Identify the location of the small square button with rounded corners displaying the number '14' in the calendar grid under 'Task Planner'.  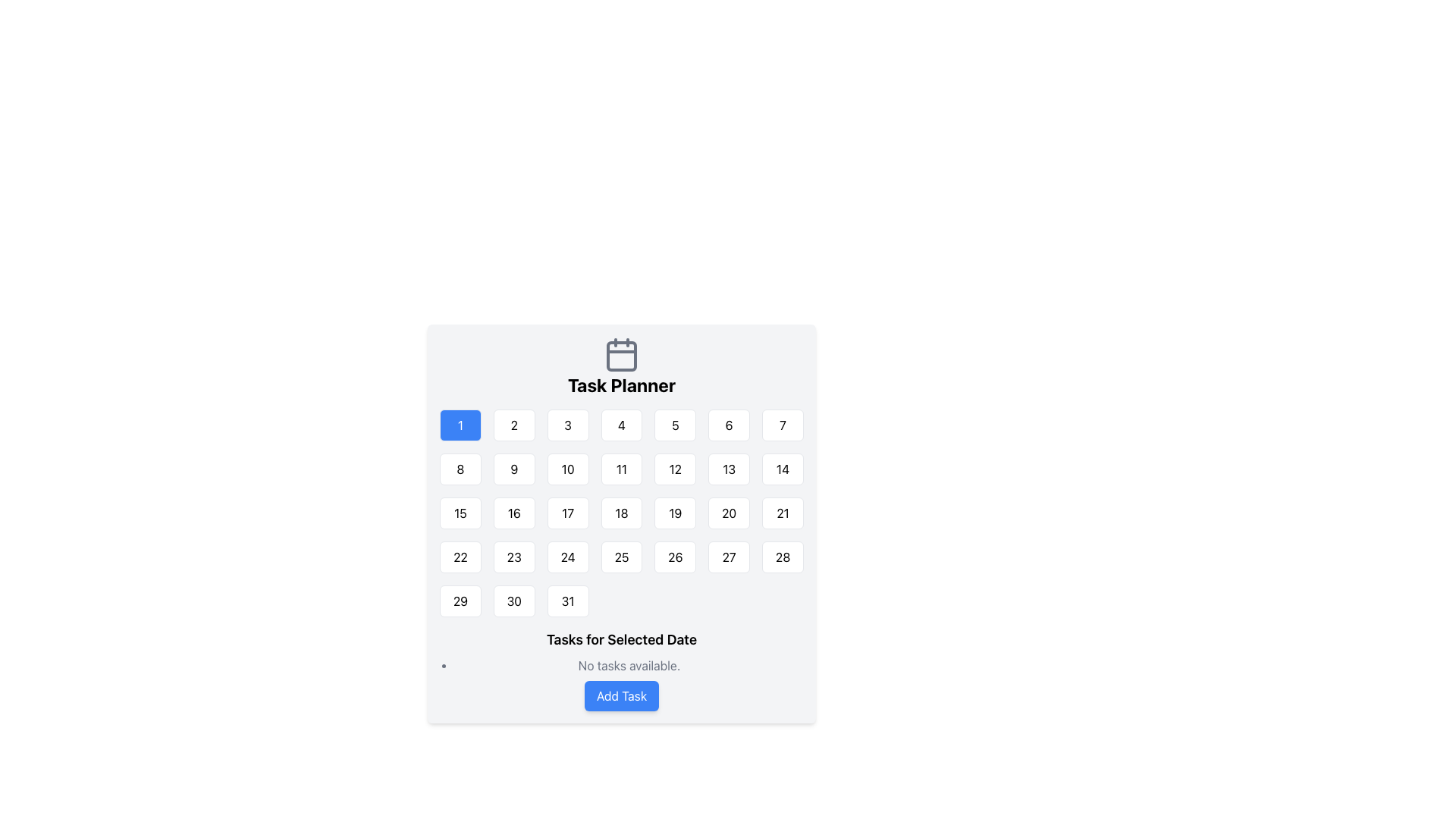
(783, 468).